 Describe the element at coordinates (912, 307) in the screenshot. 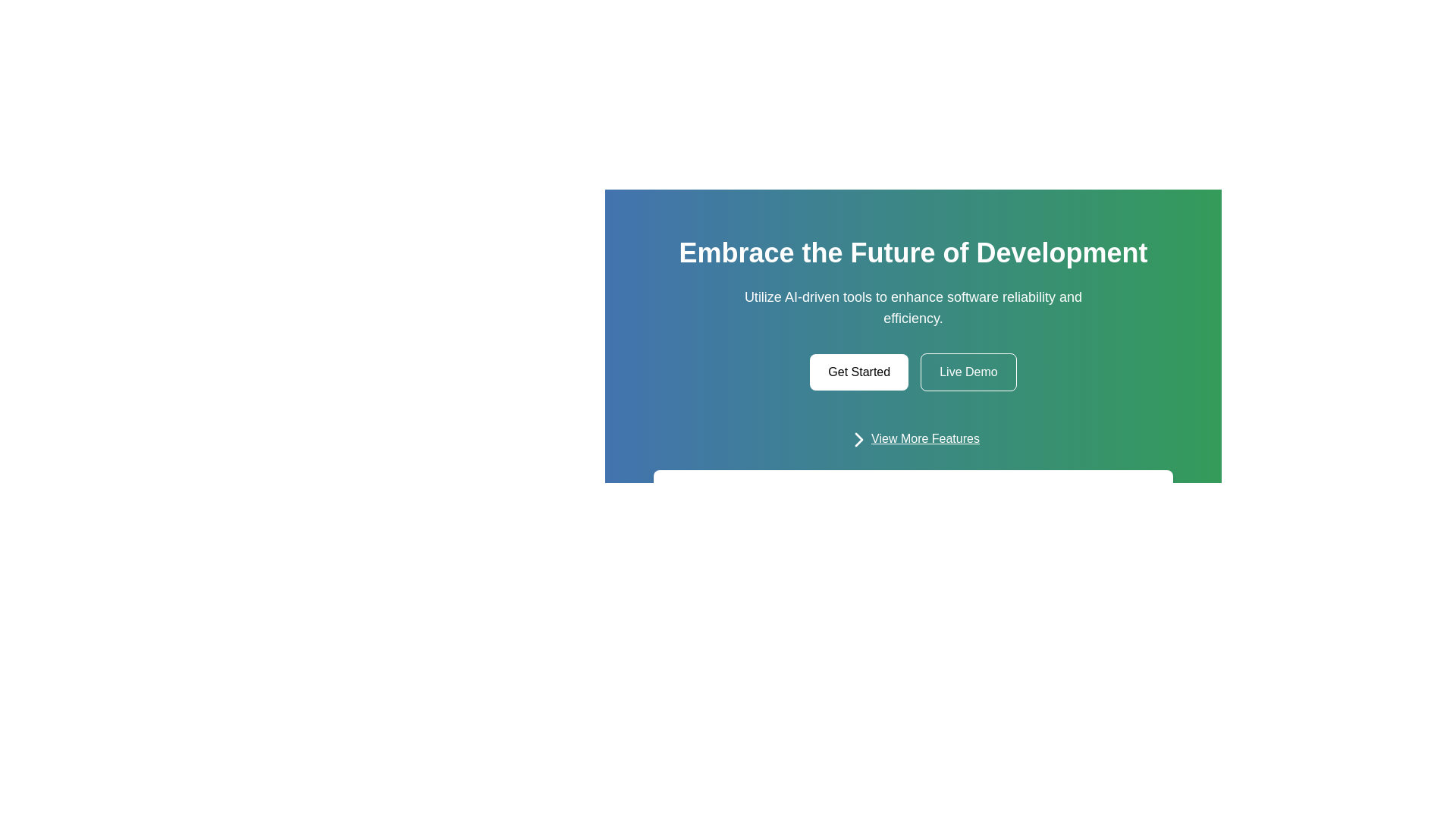

I see `the text element displaying 'Utilize AI-driven tools to enhance software reliability` at that location.